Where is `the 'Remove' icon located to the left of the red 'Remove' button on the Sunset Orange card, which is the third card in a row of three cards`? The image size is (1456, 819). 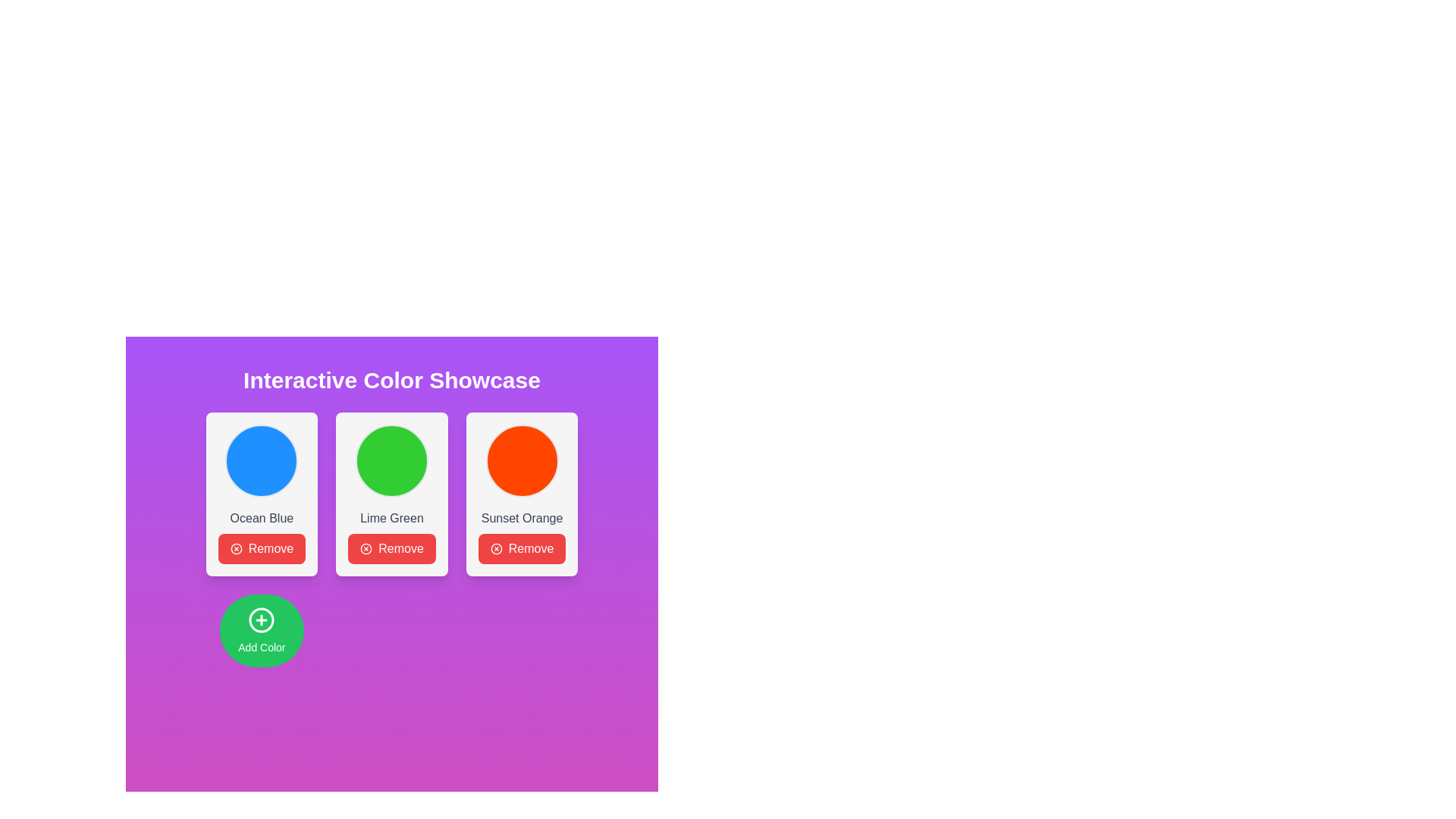
the 'Remove' icon located to the left of the red 'Remove' button on the Sunset Orange card, which is the third card in a row of three cards is located at coordinates (235, 549).